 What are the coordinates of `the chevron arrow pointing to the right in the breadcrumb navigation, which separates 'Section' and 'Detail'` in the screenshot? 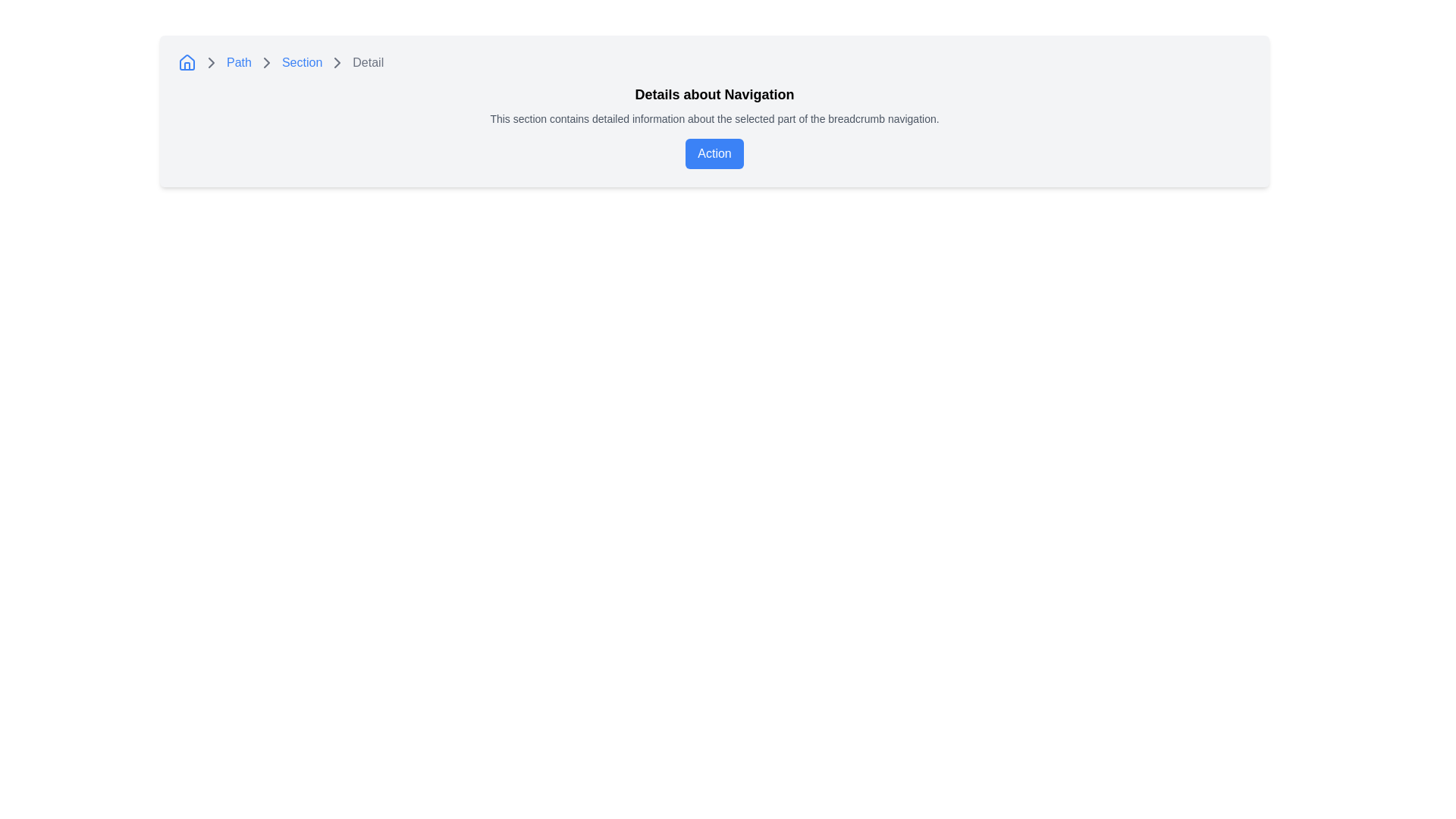 It's located at (337, 62).